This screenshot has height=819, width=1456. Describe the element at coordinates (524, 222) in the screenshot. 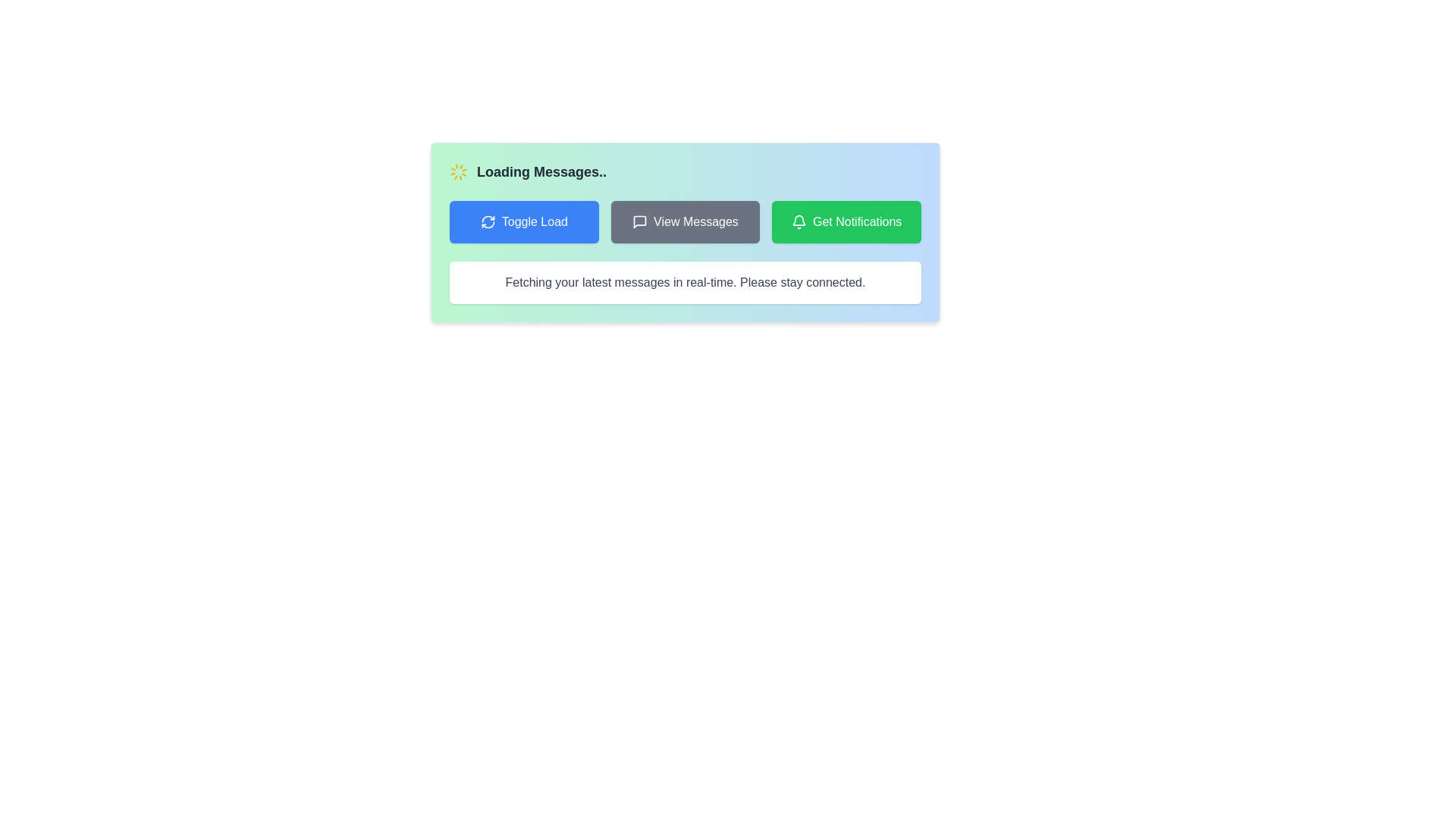

I see `the 'Toggle Load' button, which is a rectangular button with a blue background, white text, and a circular arrow icon, located at the leftmost position in a horizontal grid arrangement` at that location.